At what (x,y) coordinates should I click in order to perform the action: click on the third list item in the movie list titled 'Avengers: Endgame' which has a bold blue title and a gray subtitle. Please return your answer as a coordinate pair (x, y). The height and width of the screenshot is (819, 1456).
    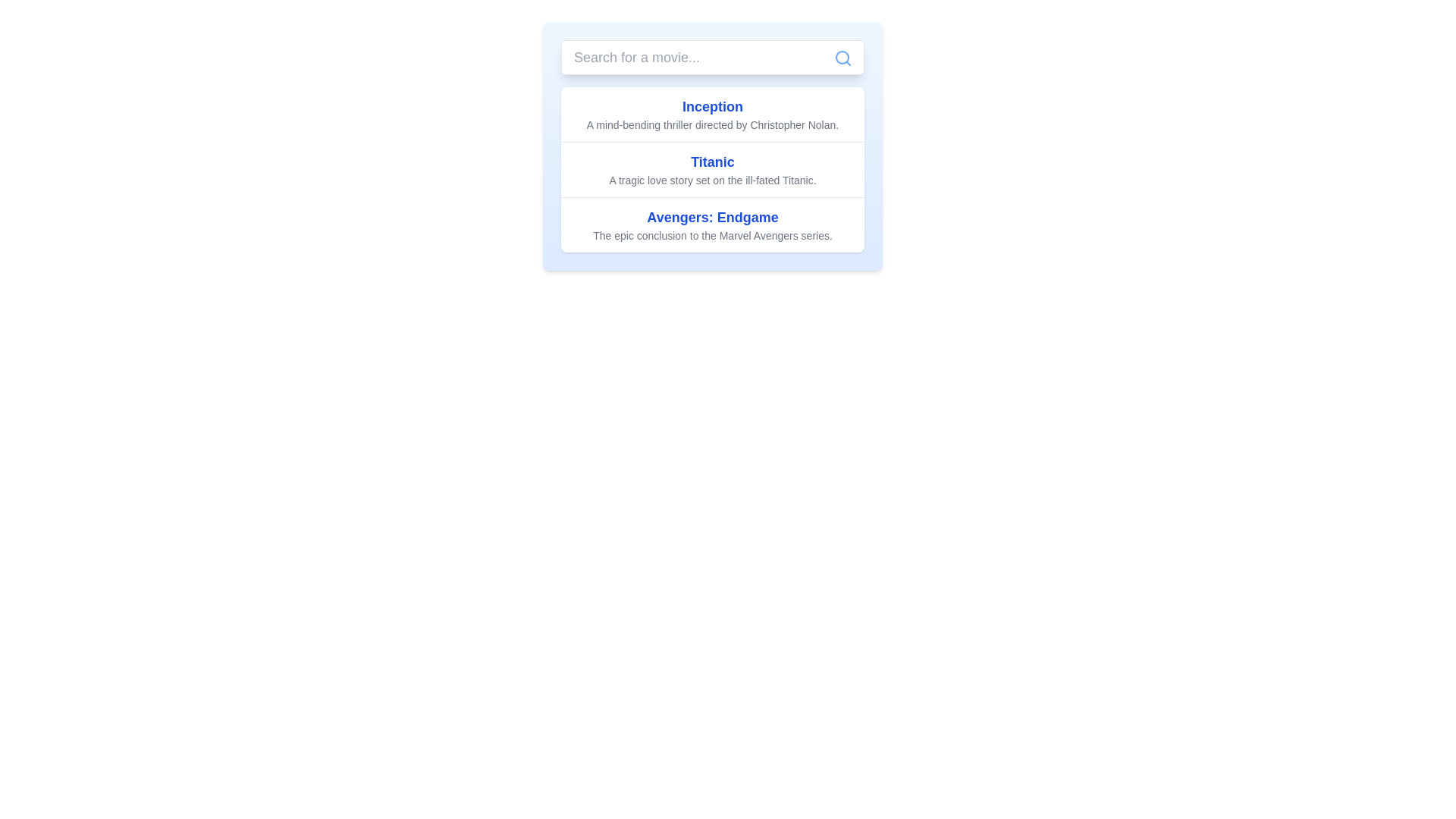
    Looking at the image, I should click on (712, 224).